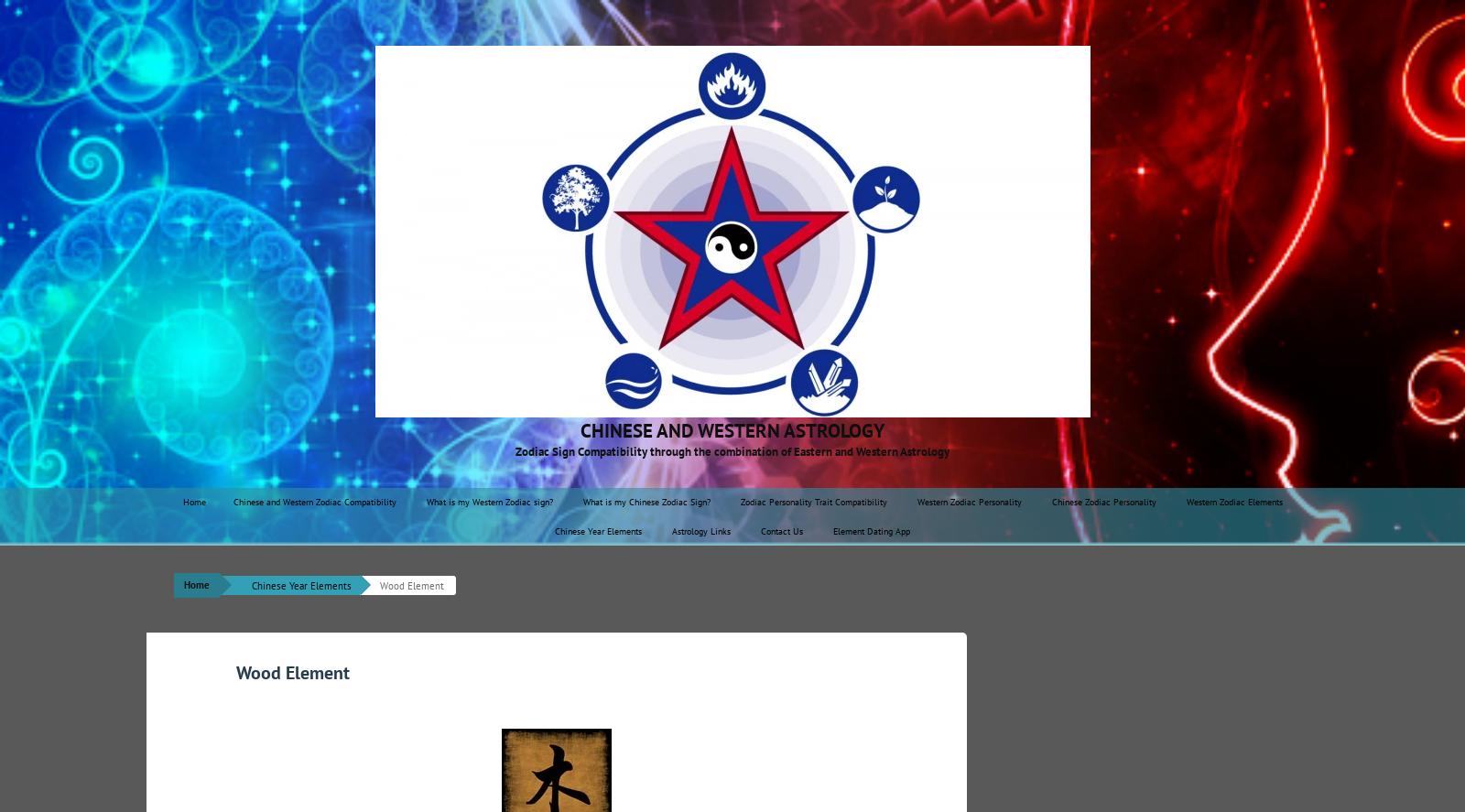 Image resolution: width=1465 pixels, height=812 pixels. I want to click on 'What is my Western Zodiac sign?', so click(487, 501).